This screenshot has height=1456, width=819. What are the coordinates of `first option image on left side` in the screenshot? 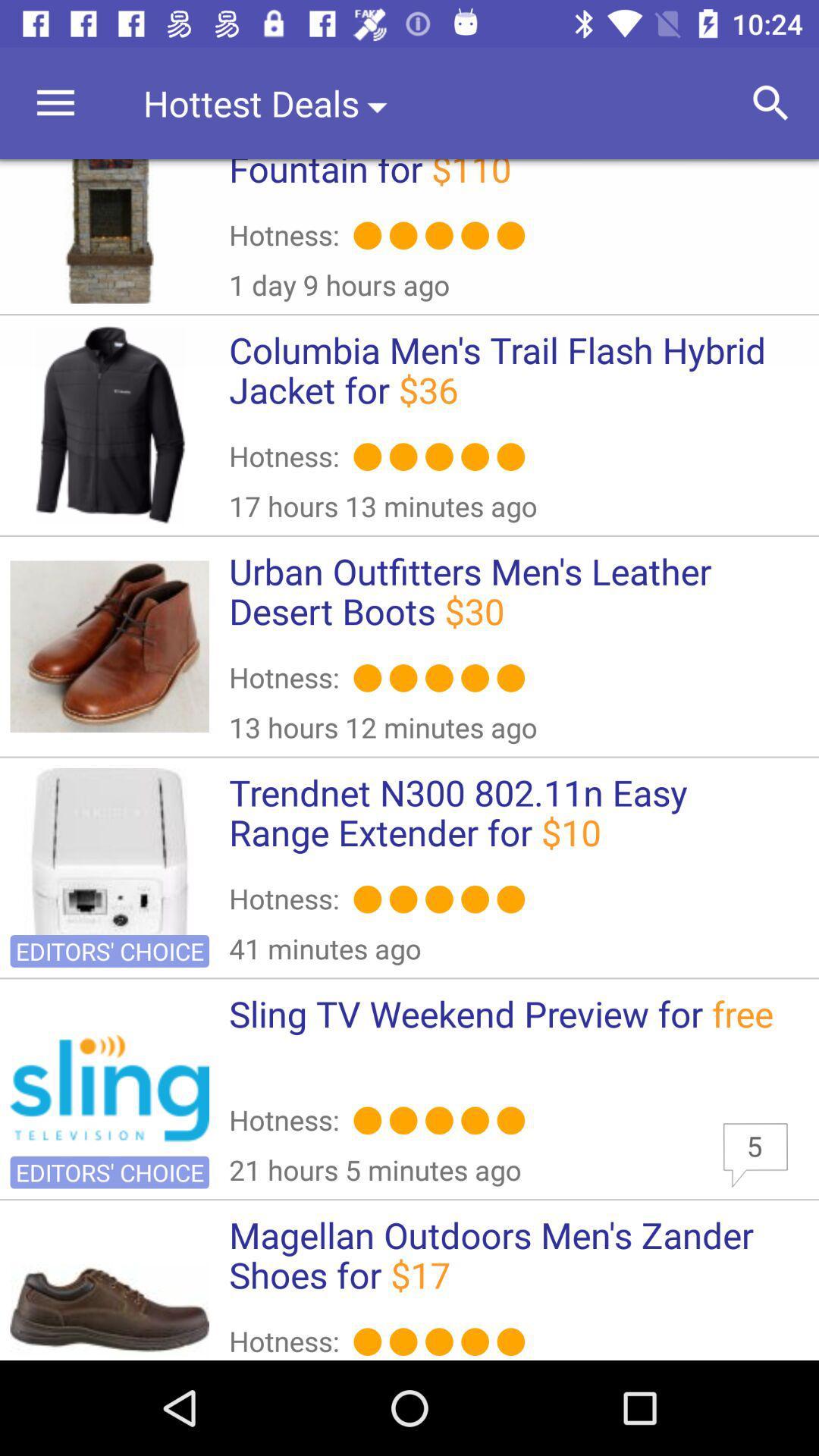 It's located at (109, 231).